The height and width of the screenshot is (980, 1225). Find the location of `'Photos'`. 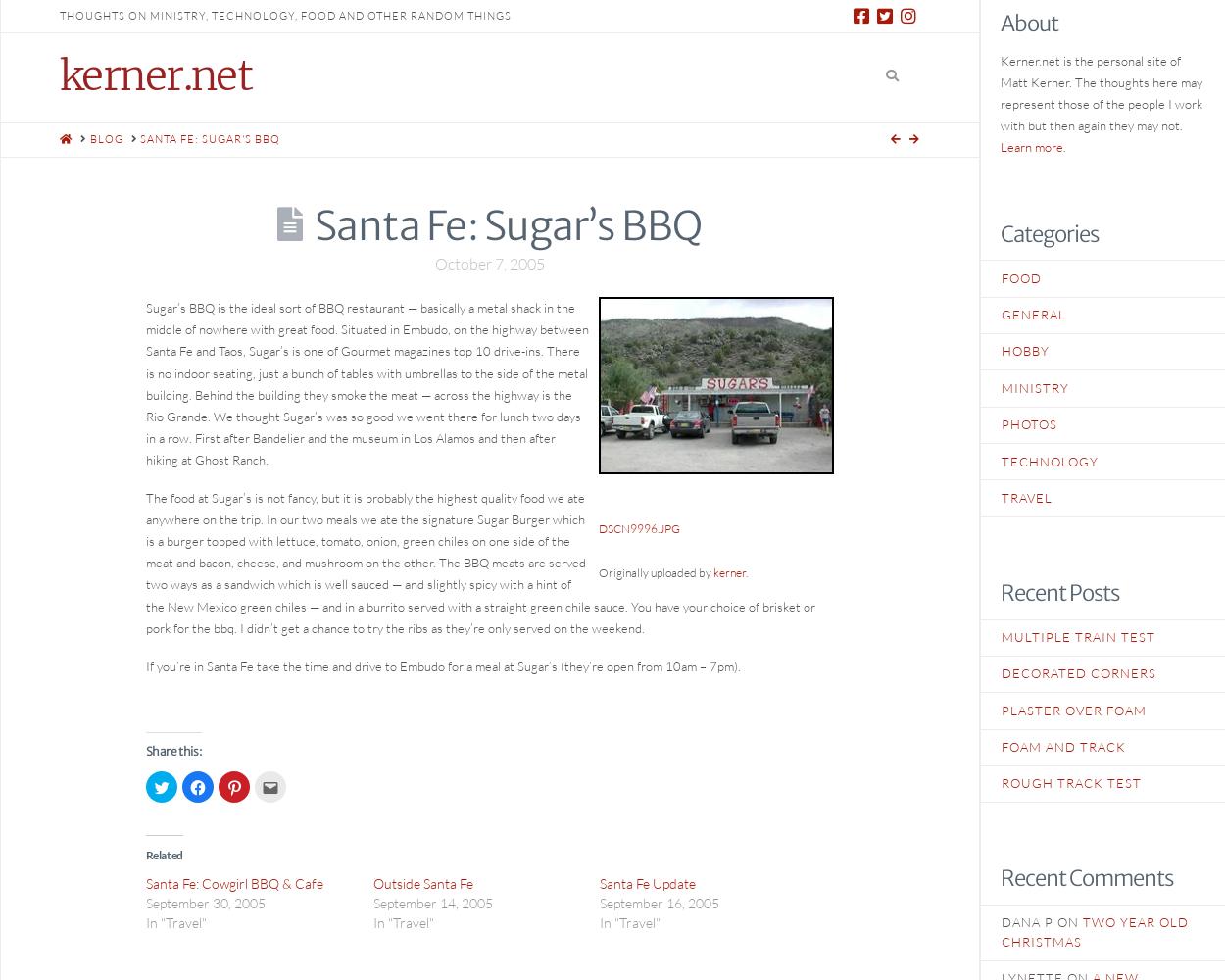

'Photos' is located at coordinates (1029, 424).